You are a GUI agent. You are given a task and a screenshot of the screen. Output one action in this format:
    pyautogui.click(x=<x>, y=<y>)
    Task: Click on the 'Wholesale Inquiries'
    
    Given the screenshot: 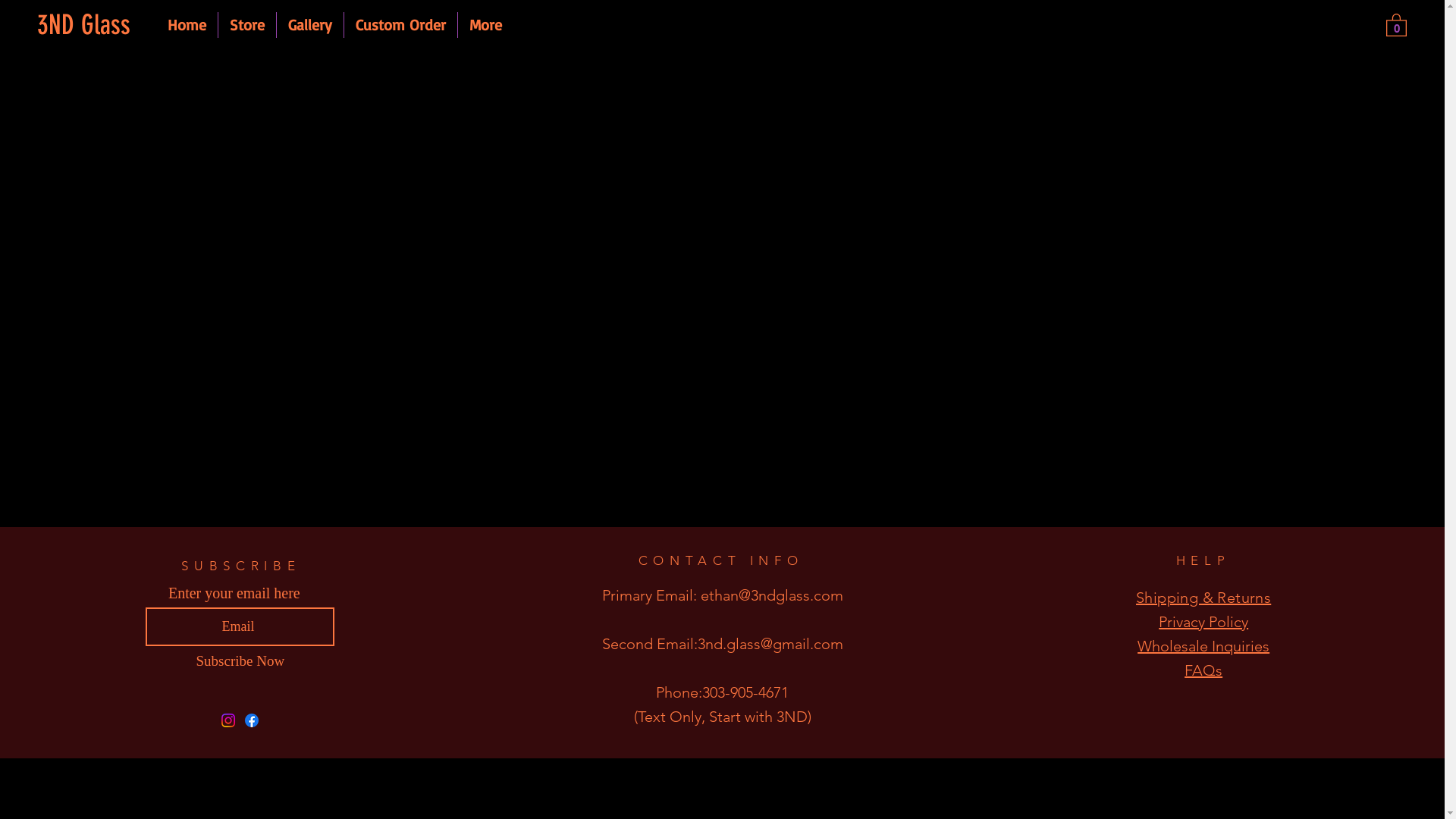 What is the action you would take?
    pyautogui.click(x=1203, y=646)
    